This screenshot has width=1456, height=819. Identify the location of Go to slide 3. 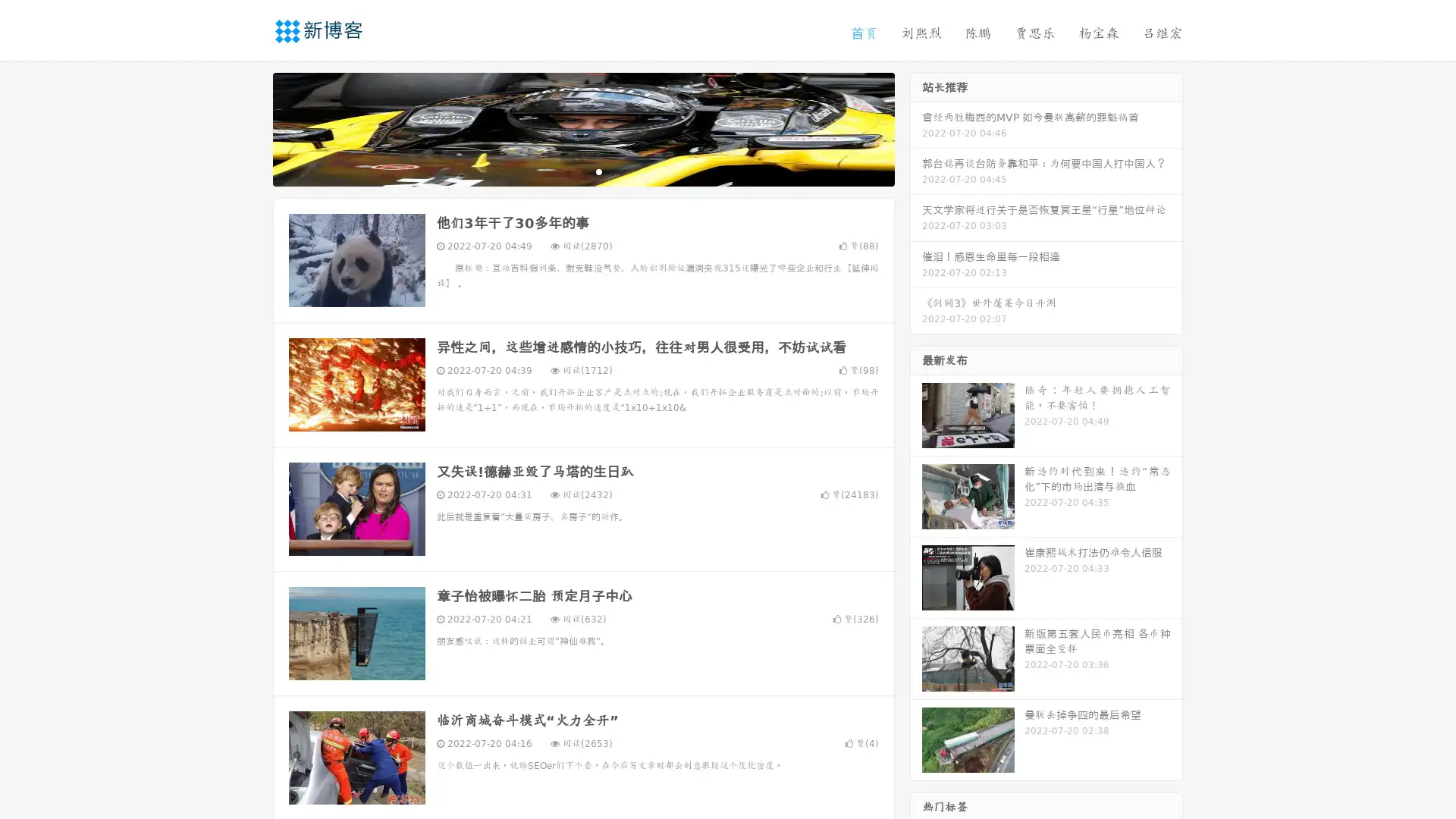
(598, 171).